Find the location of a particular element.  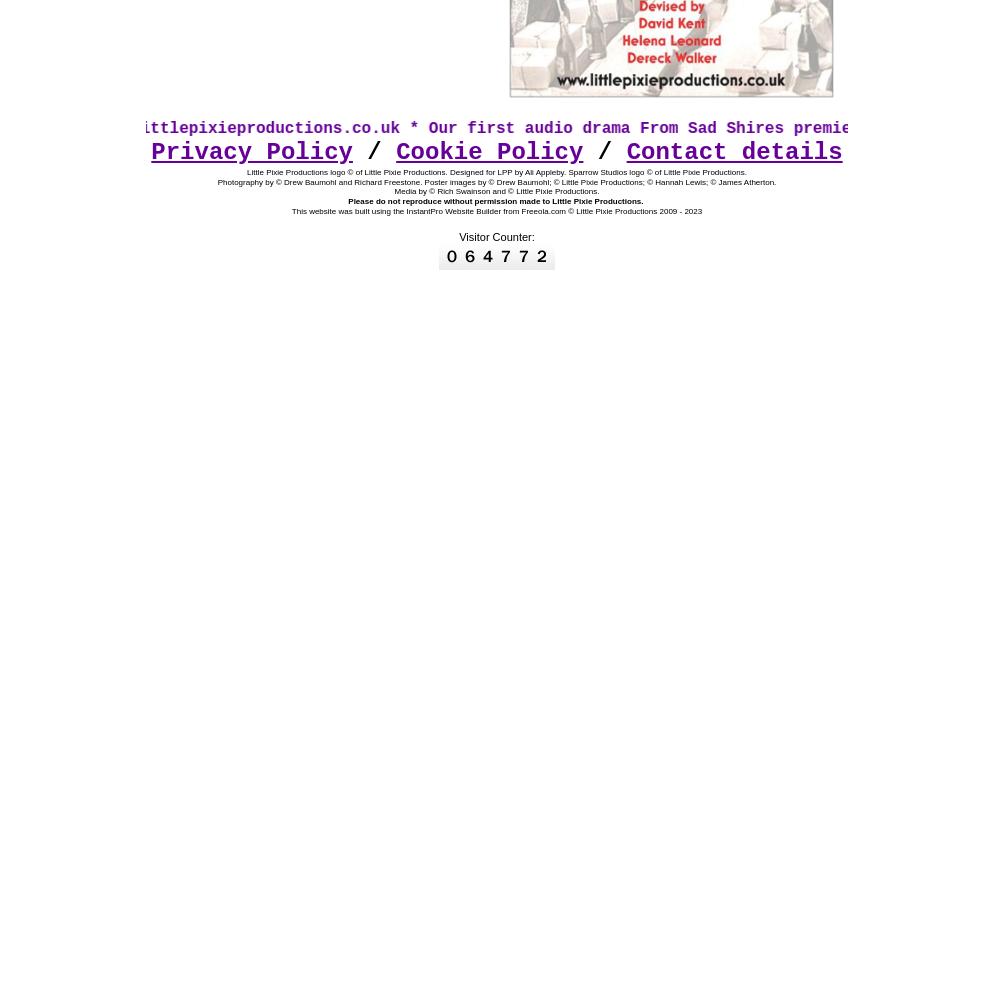

'Photography by © Drew Baumohl and Richard Freestone. Poster images by © Drew Baumohl; © Little Pixie Productions; © Hannah Lewis; © James Atherton.' is located at coordinates (216, 181).